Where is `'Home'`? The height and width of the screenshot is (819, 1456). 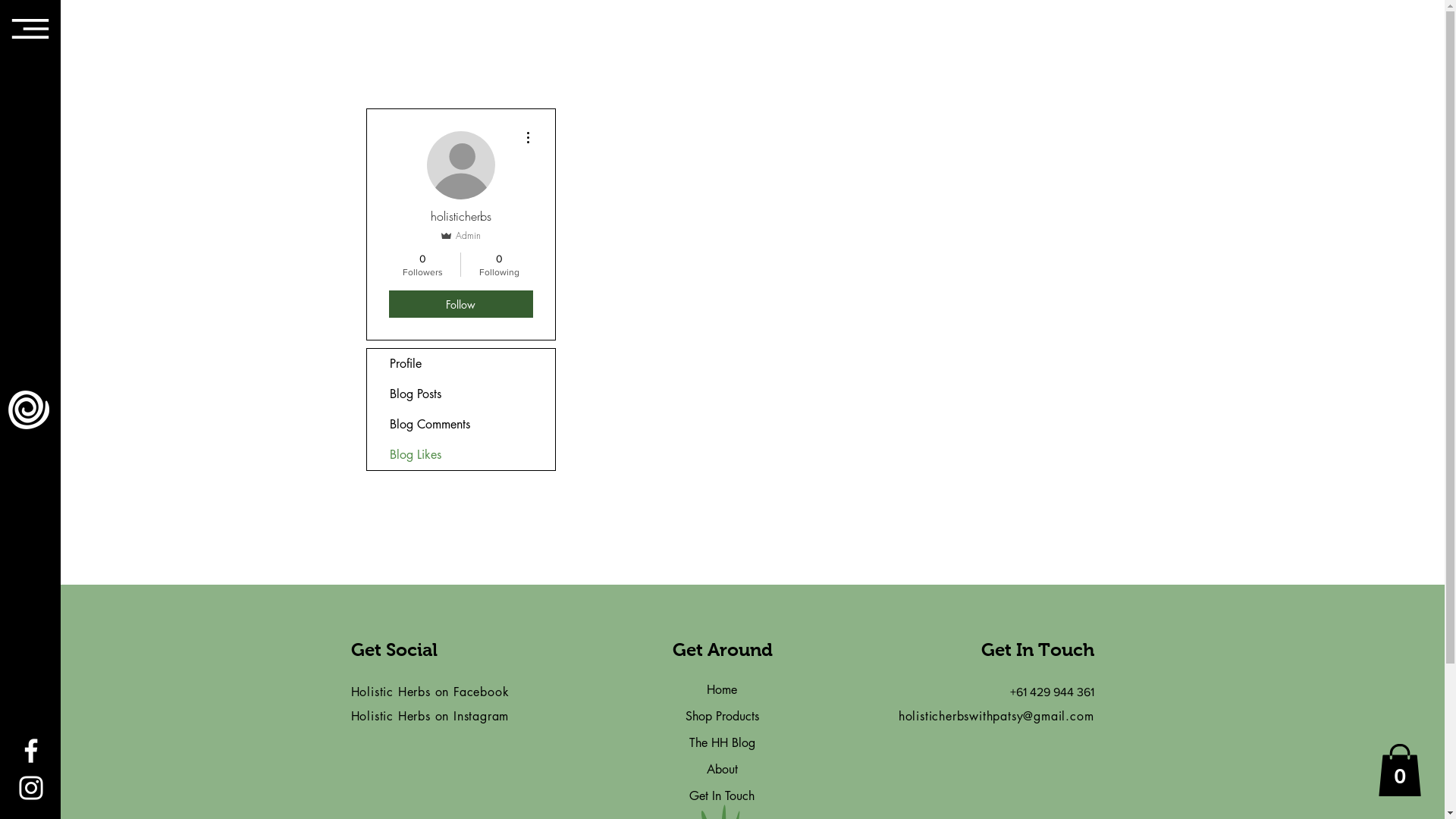 'Home' is located at coordinates (721, 689).